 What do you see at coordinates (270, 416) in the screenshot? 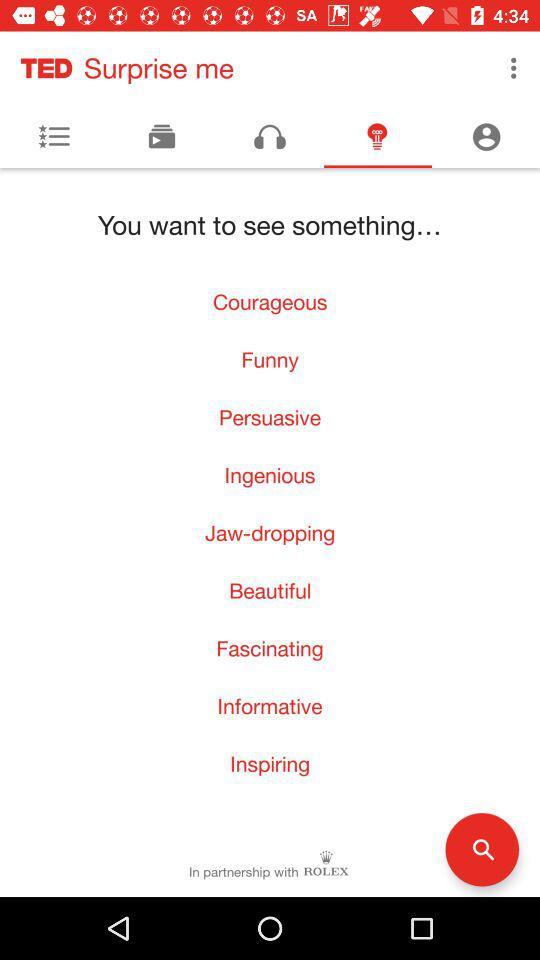
I see `persuasive item` at bounding box center [270, 416].